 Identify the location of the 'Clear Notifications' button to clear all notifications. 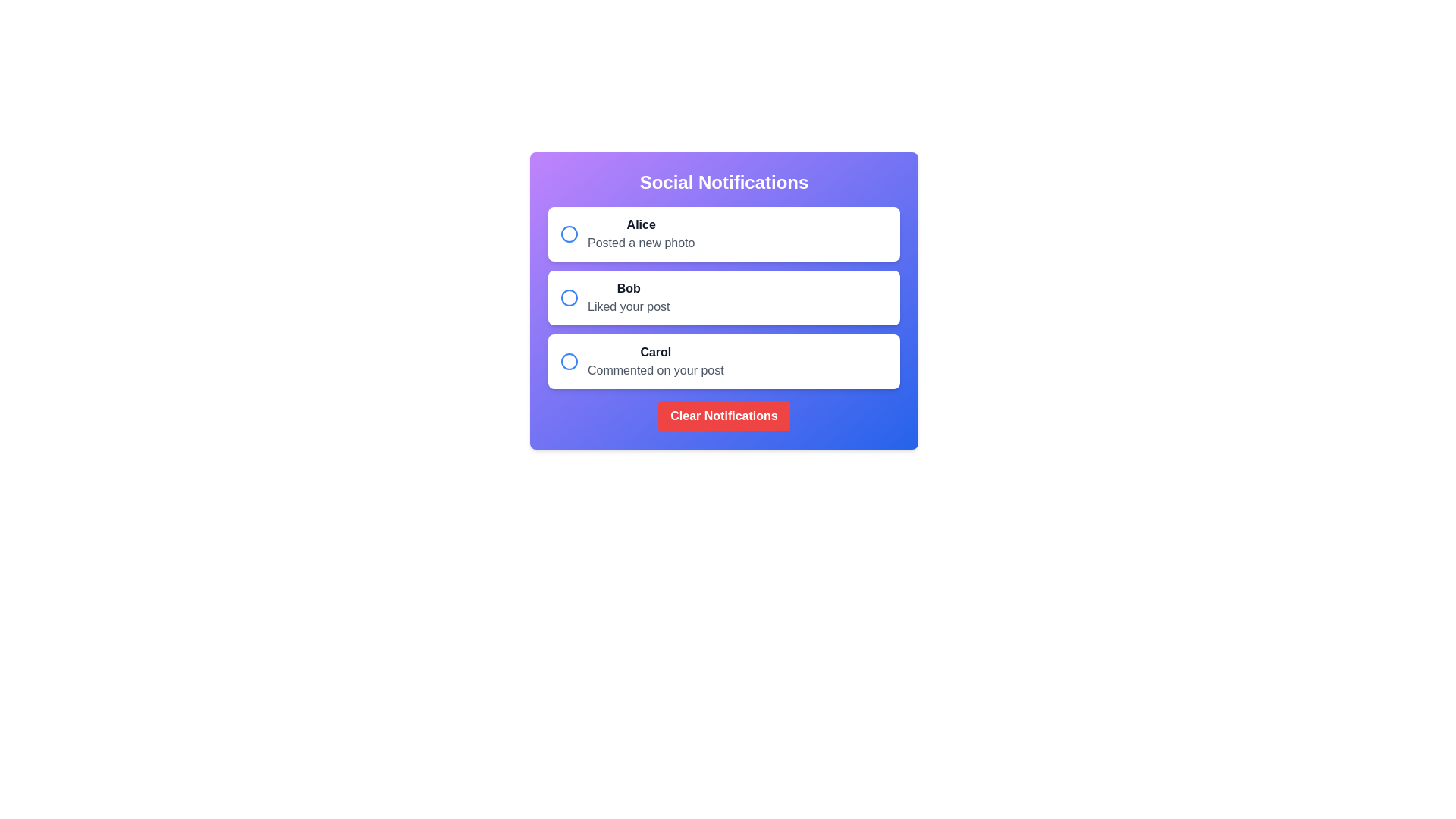
(723, 416).